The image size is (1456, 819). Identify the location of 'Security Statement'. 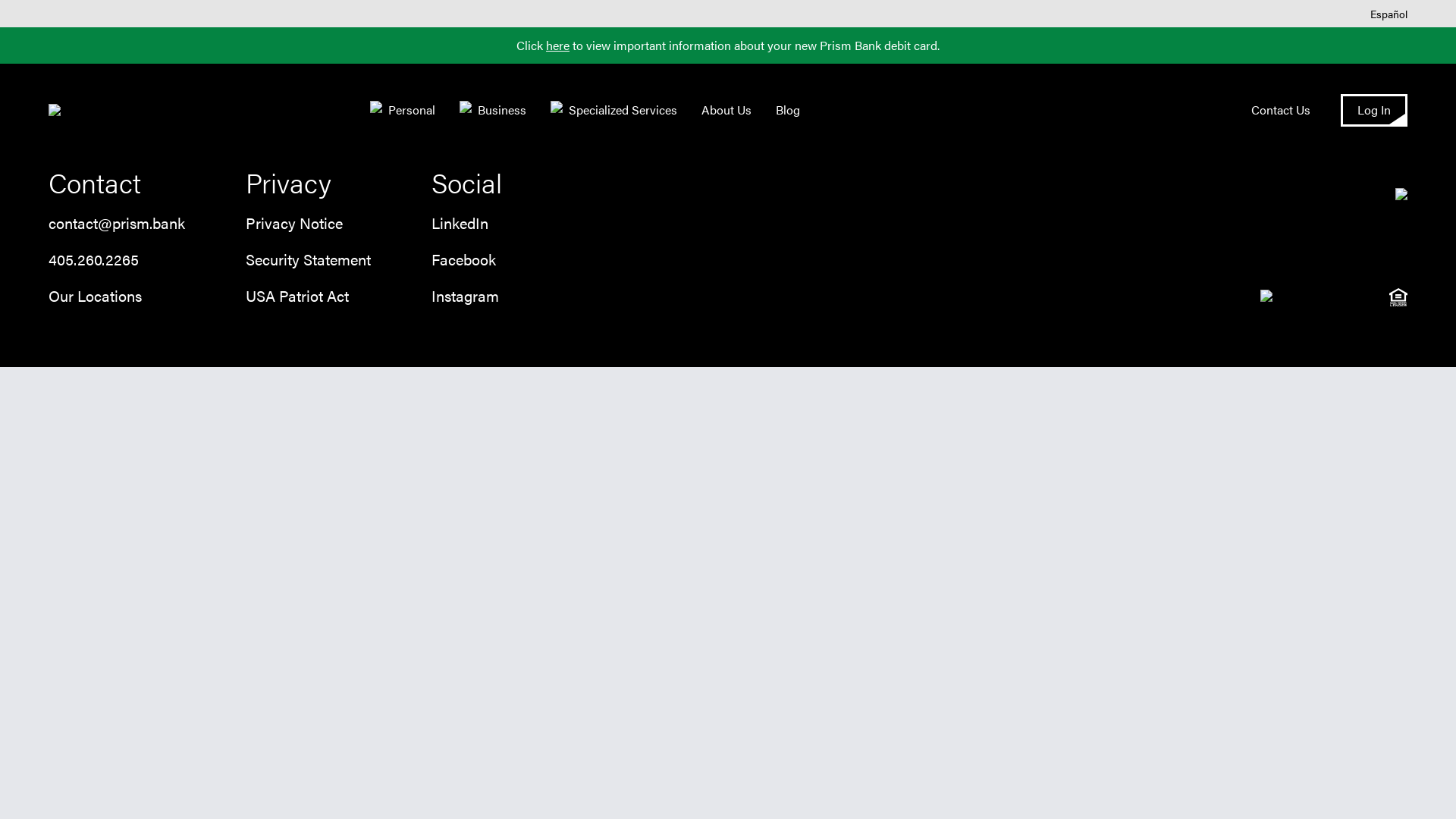
(307, 258).